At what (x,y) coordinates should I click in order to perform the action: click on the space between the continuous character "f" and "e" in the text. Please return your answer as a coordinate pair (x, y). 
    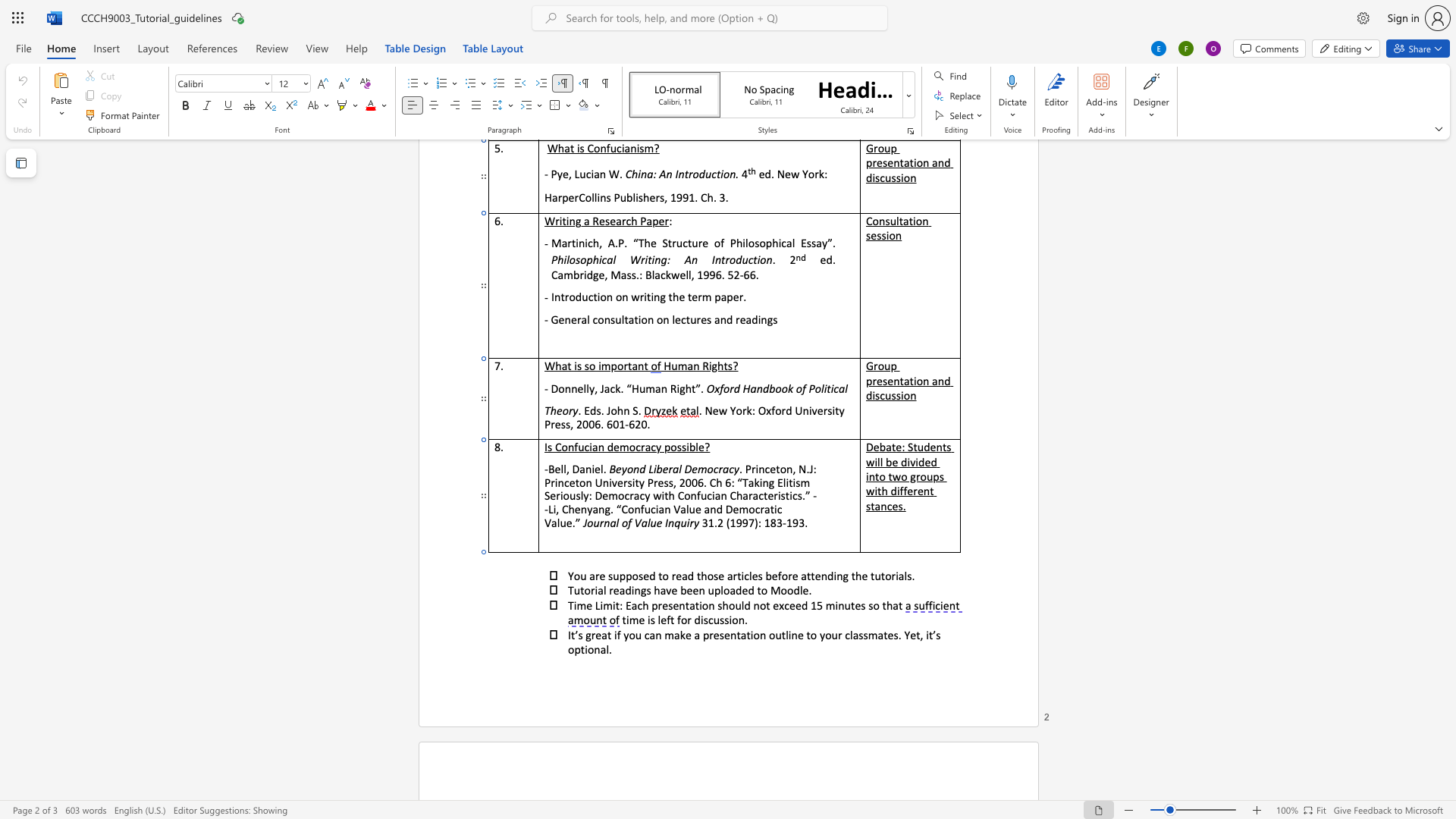
    Looking at the image, I should click on (908, 491).